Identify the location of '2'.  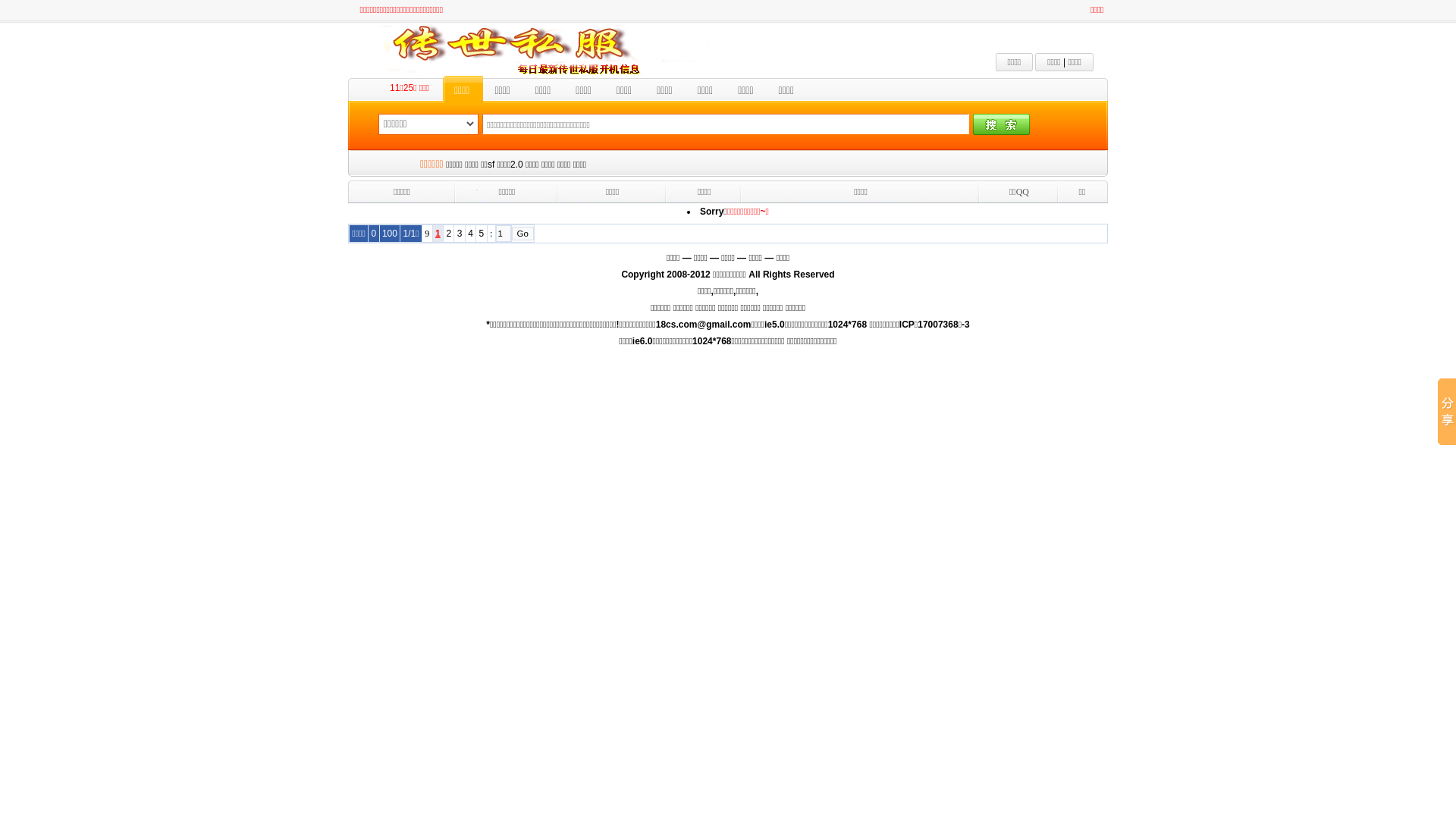
(445, 234).